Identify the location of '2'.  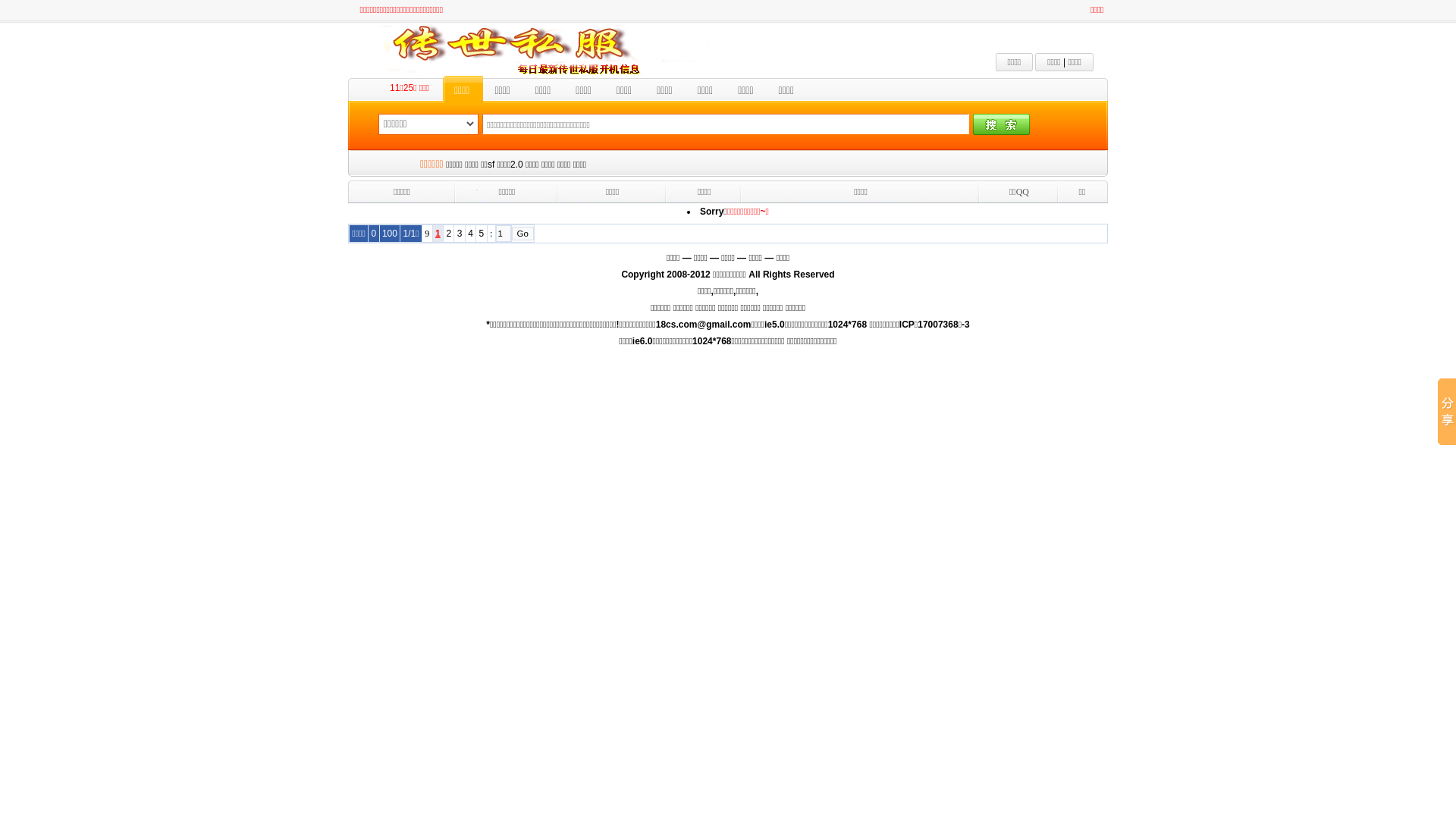
(445, 234).